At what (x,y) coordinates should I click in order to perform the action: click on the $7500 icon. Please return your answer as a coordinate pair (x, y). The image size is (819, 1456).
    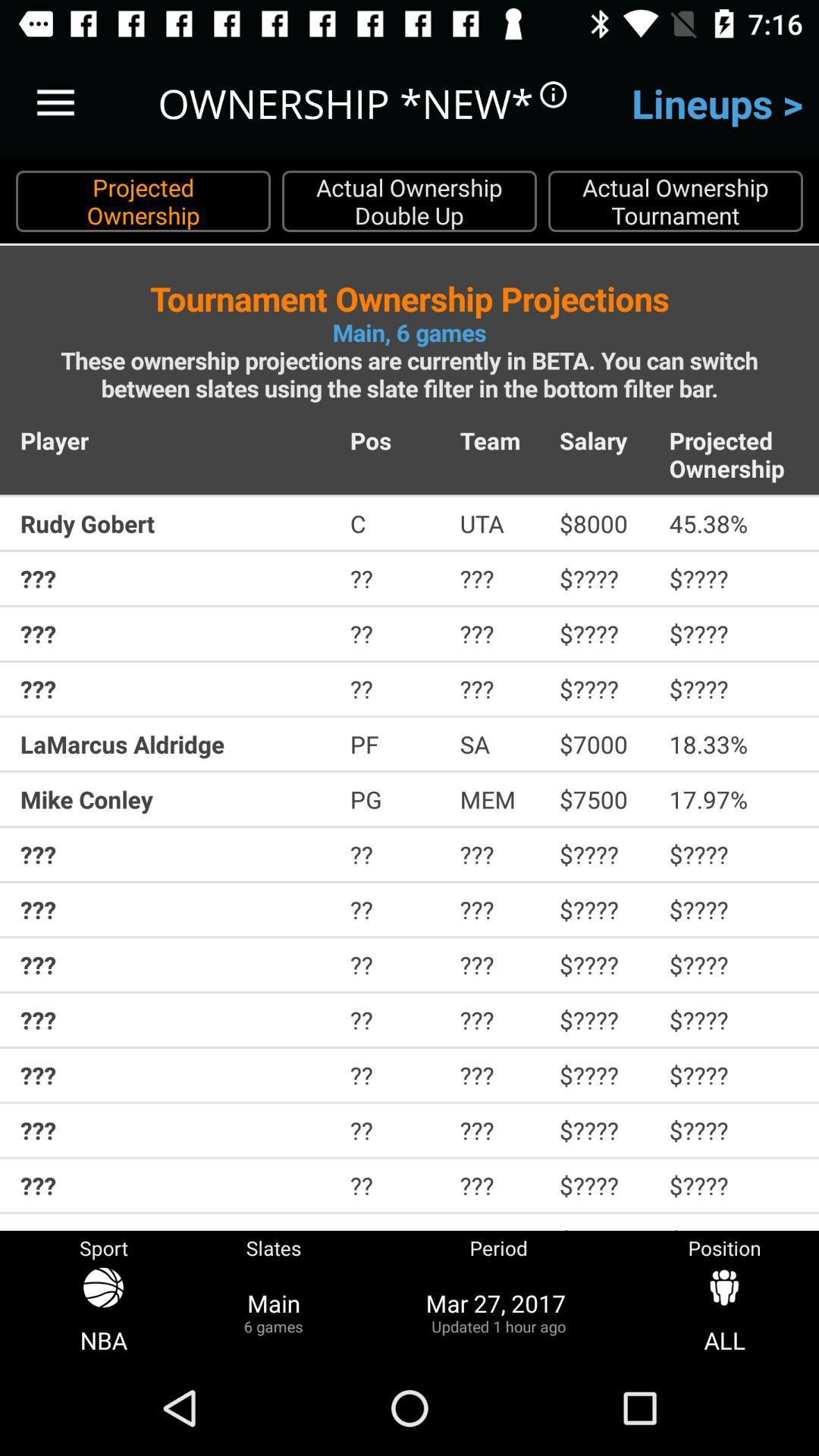
    Looking at the image, I should click on (603, 799).